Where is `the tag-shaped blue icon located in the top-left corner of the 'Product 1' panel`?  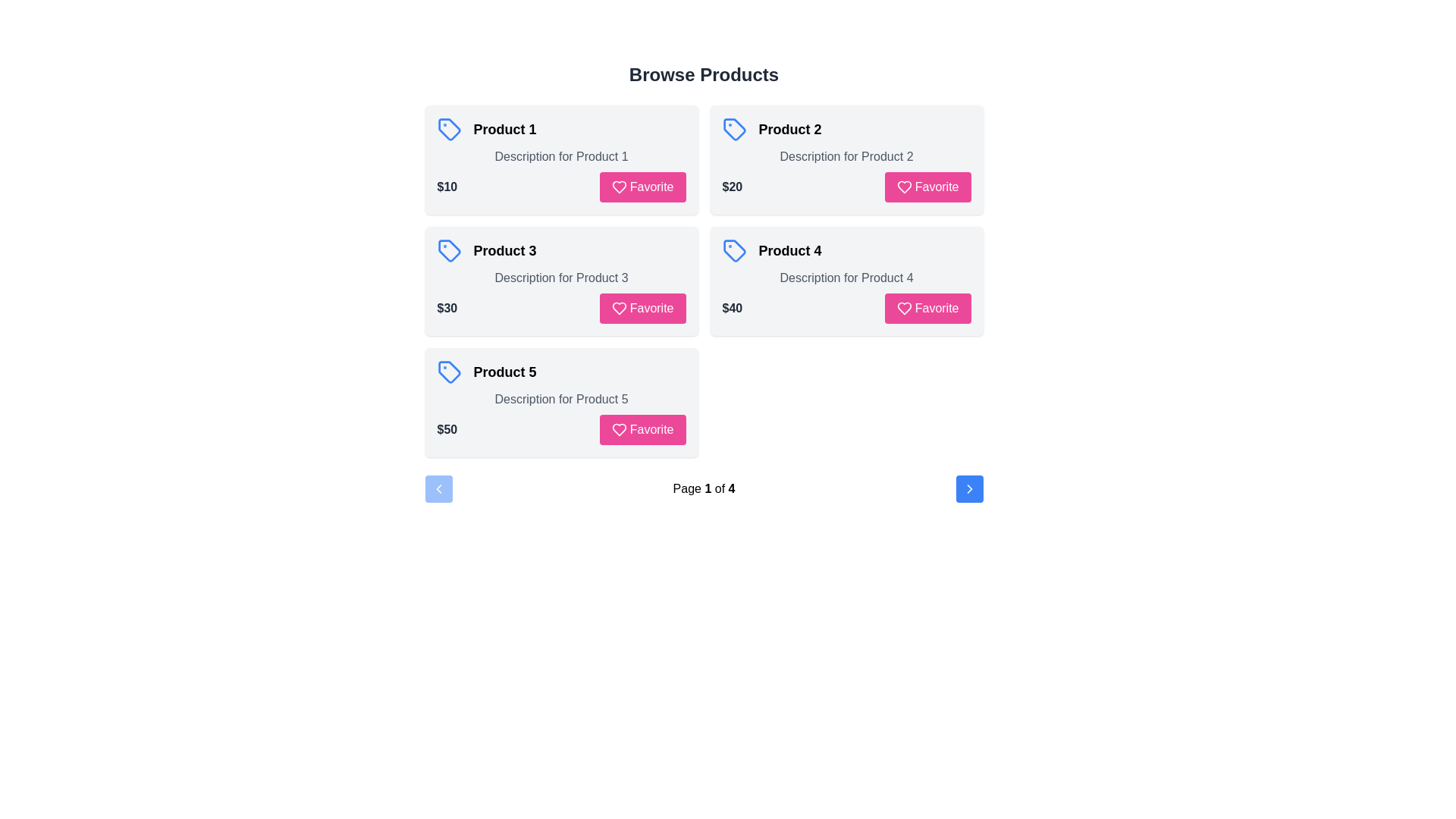 the tag-shaped blue icon located in the top-left corner of the 'Product 1' panel is located at coordinates (448, 128).